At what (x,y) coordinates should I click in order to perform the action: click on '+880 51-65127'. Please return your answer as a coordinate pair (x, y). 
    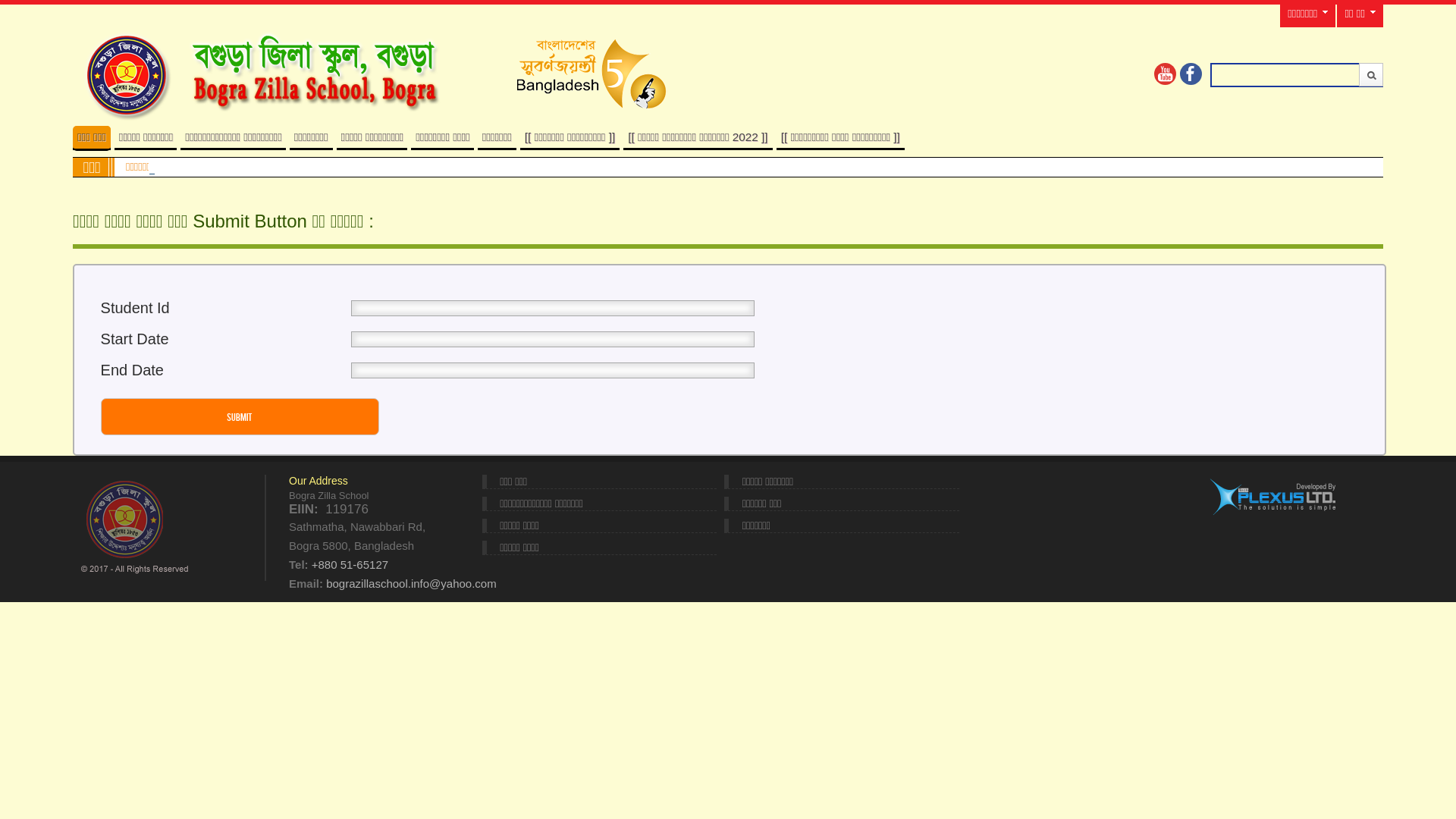
    Looking at the image, I should click on (311, 564).